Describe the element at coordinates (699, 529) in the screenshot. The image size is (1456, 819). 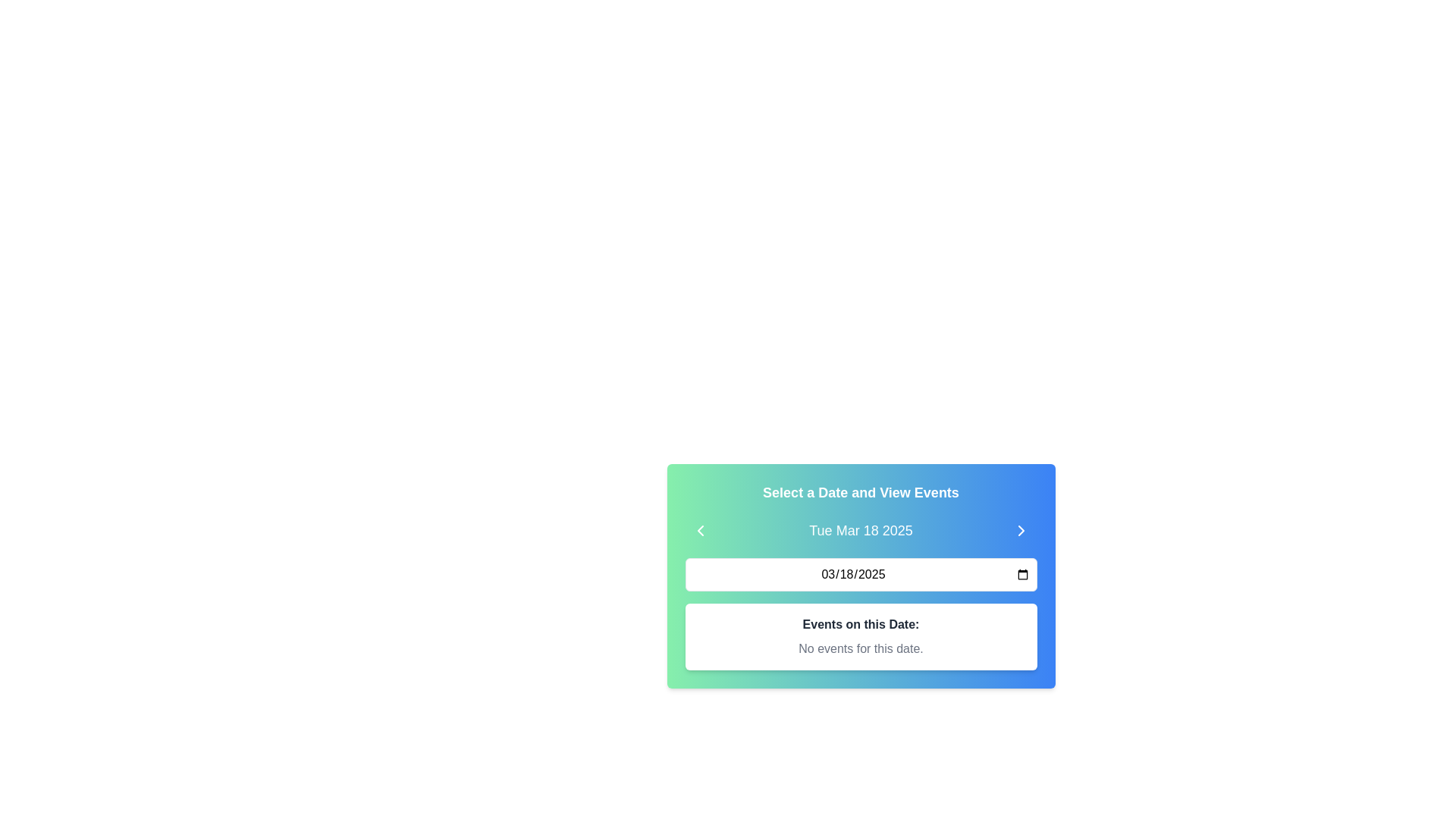
I see `the chevron-left icon` at that location.